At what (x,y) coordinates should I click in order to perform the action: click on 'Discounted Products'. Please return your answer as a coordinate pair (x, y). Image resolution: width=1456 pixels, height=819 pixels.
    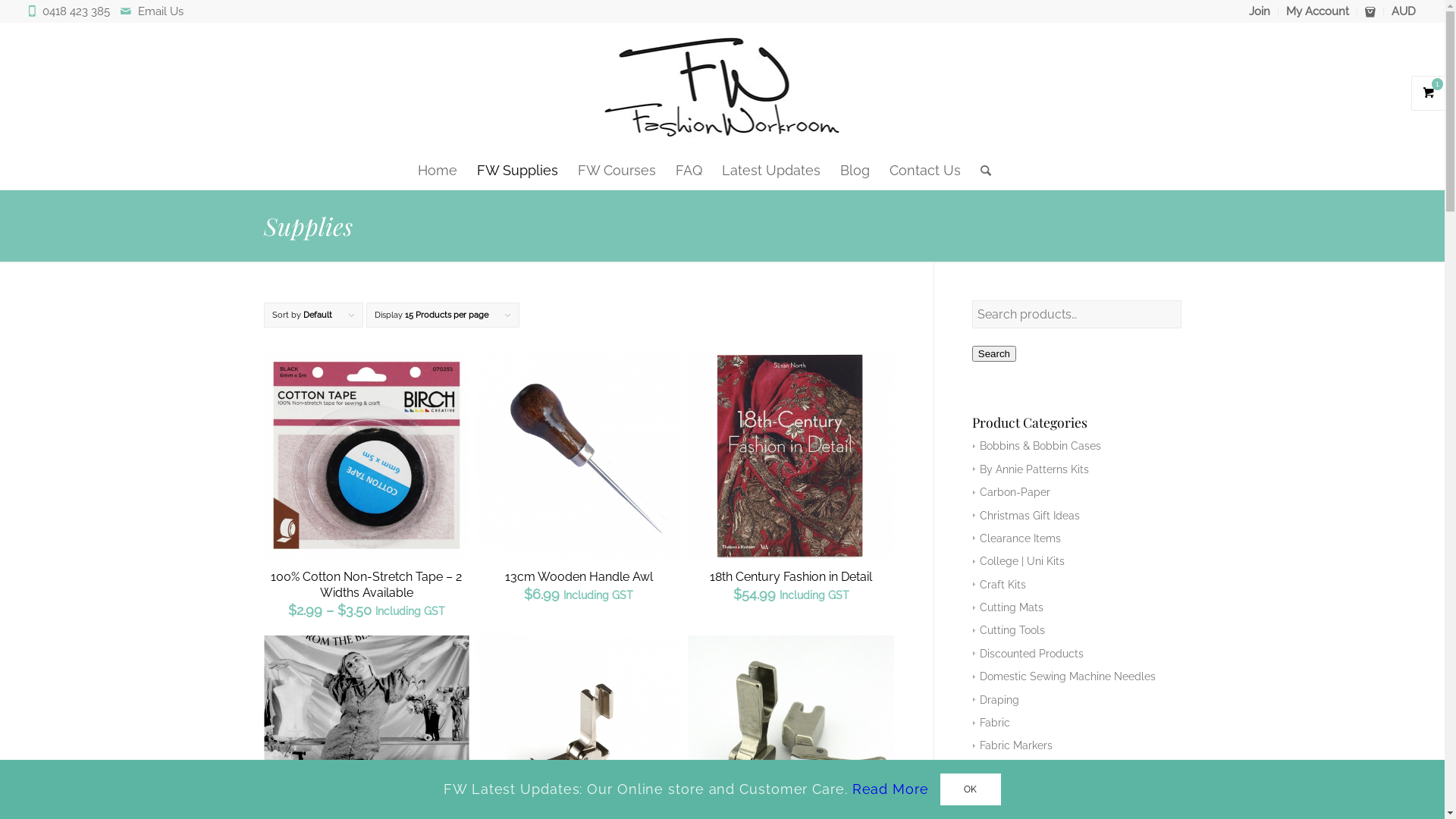
    Looking at the image, I should click on (972, 652).